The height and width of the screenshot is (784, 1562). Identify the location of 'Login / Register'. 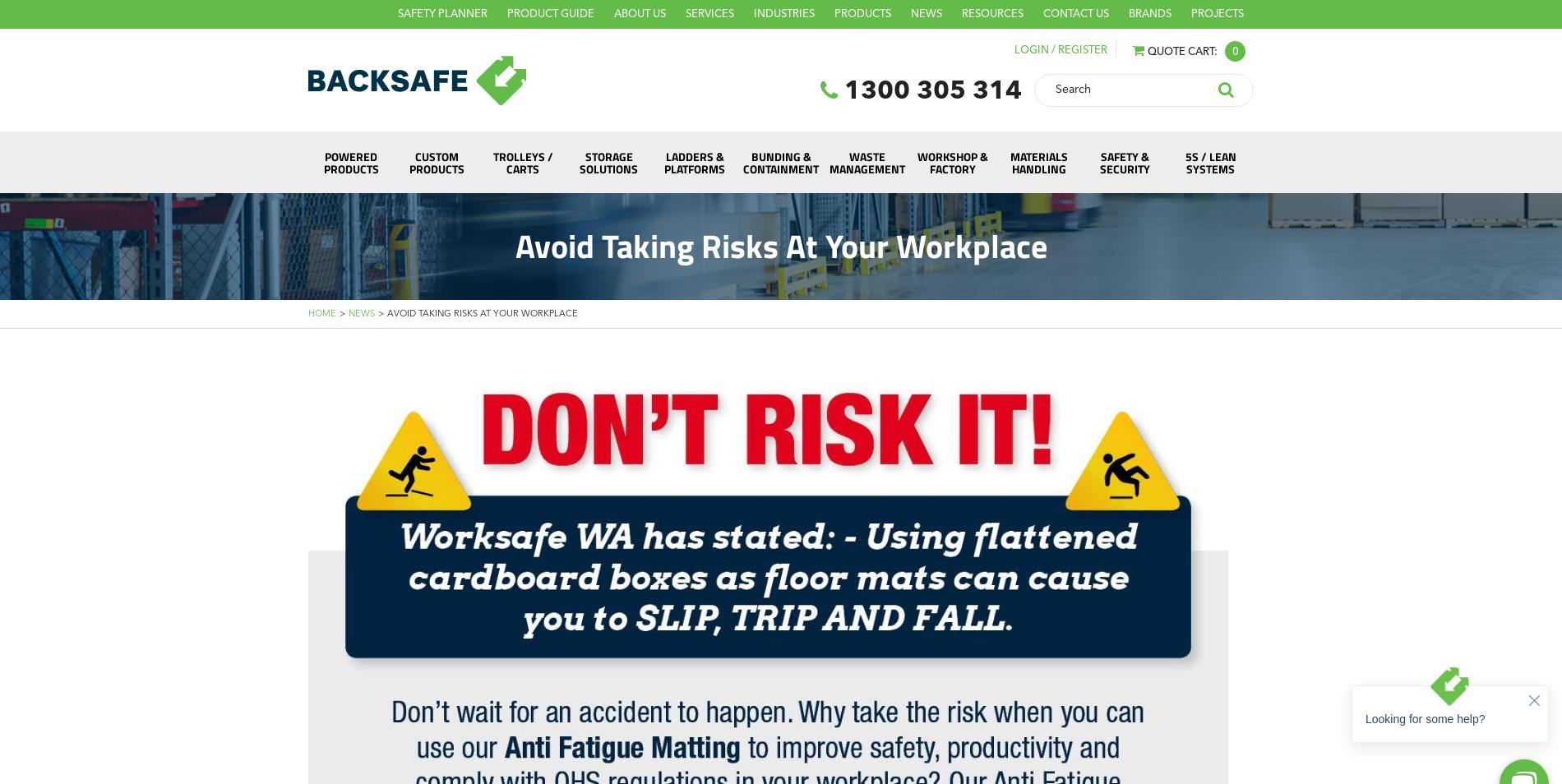
(1060, 49).